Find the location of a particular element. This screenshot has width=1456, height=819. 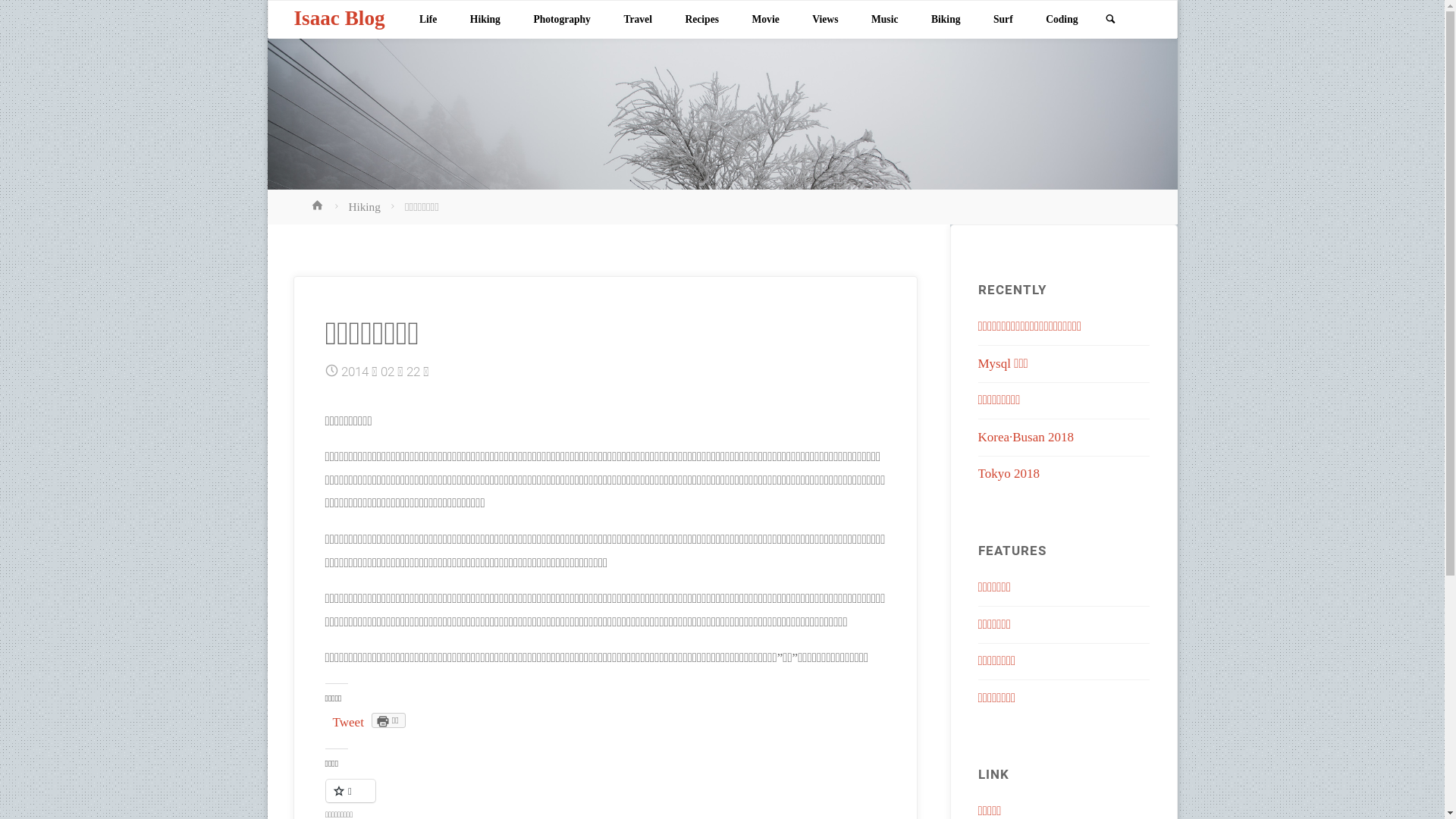

'Movie' is located at coordinates (765, 20).